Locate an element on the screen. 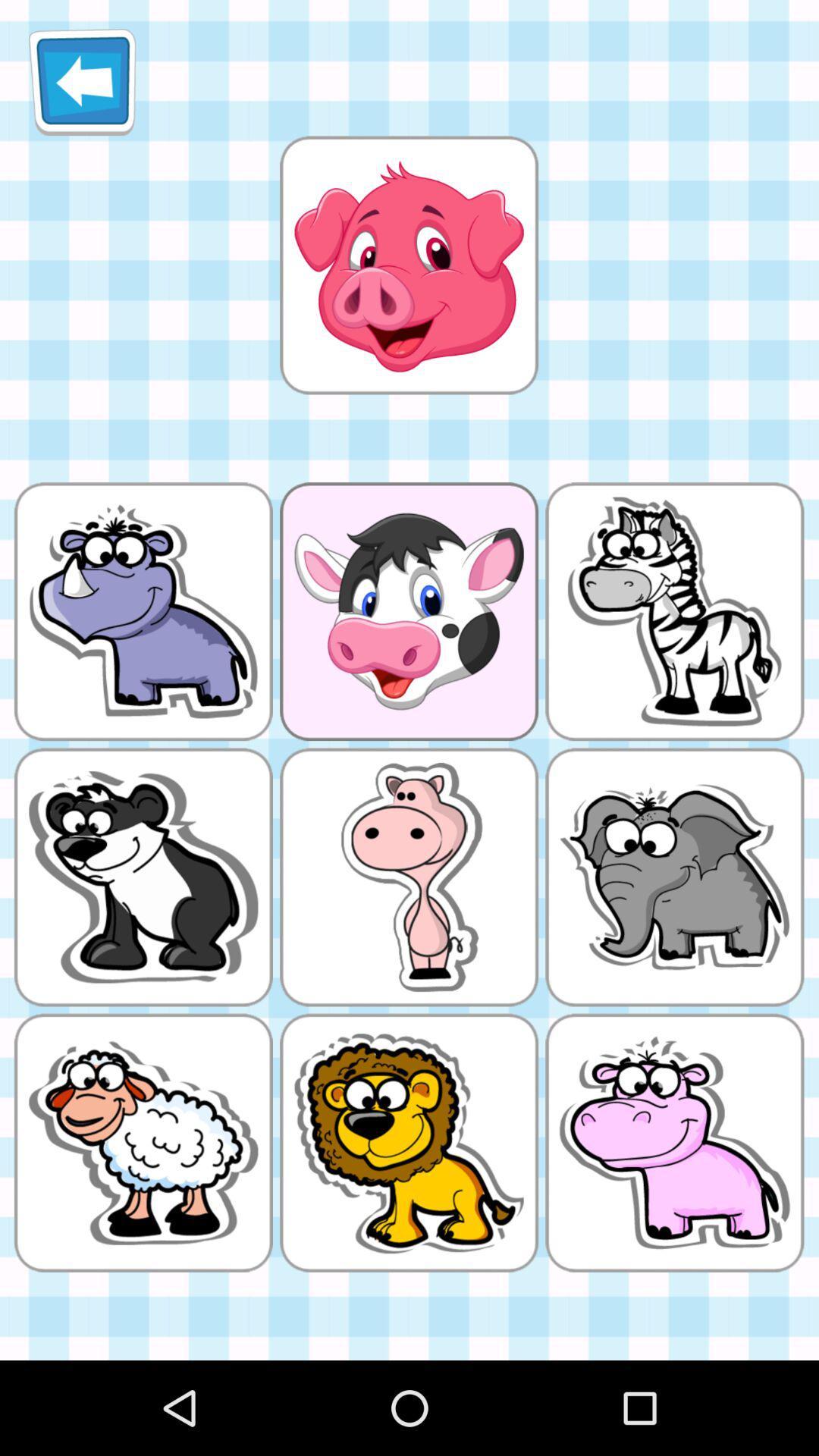  item at the top left corner is located at coordinates (82, 81).